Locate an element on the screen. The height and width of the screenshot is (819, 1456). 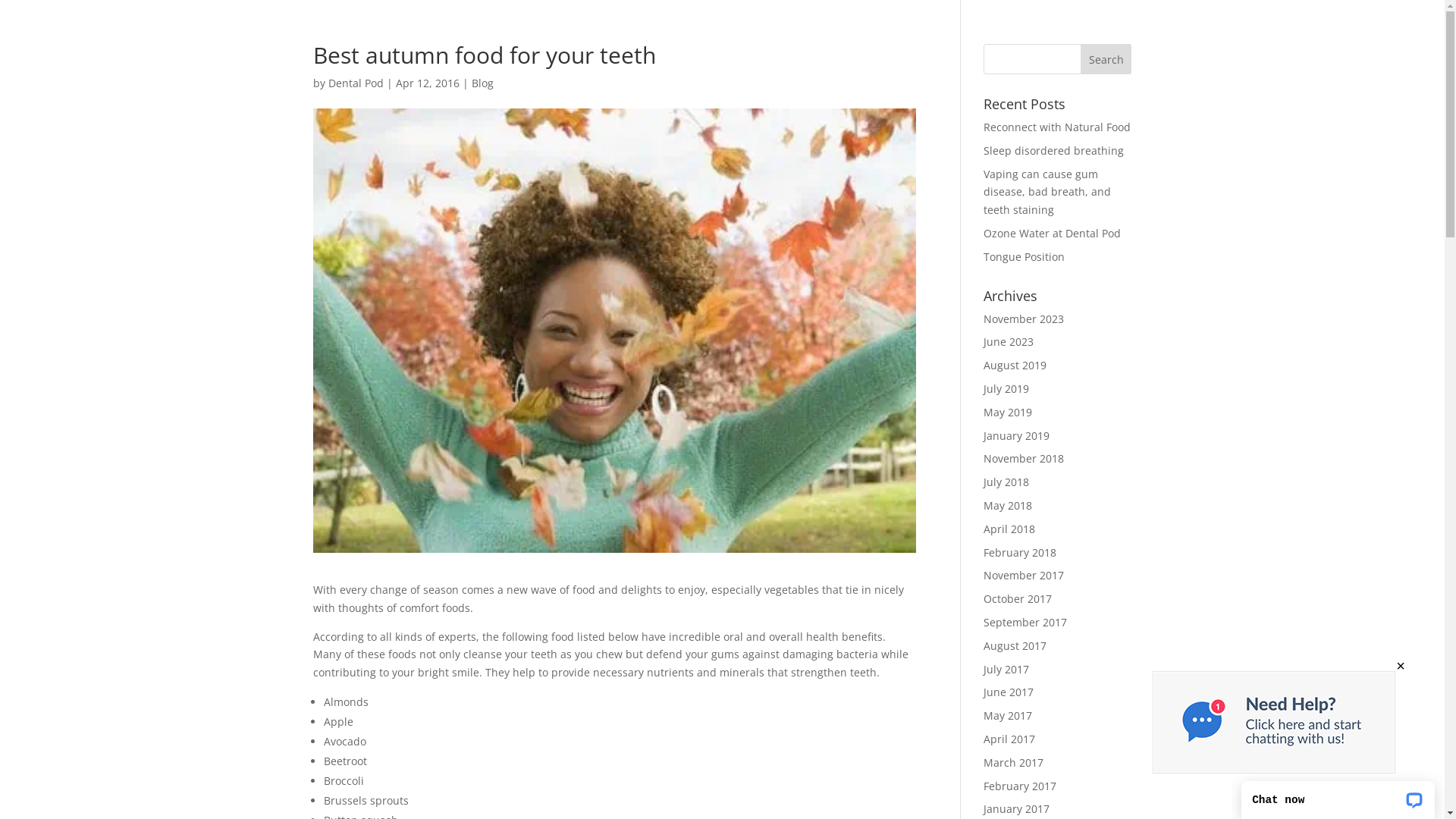
'Vaping can cause gum disease, bad breath, and teeth staining' is located at coordinates (1046, 191).